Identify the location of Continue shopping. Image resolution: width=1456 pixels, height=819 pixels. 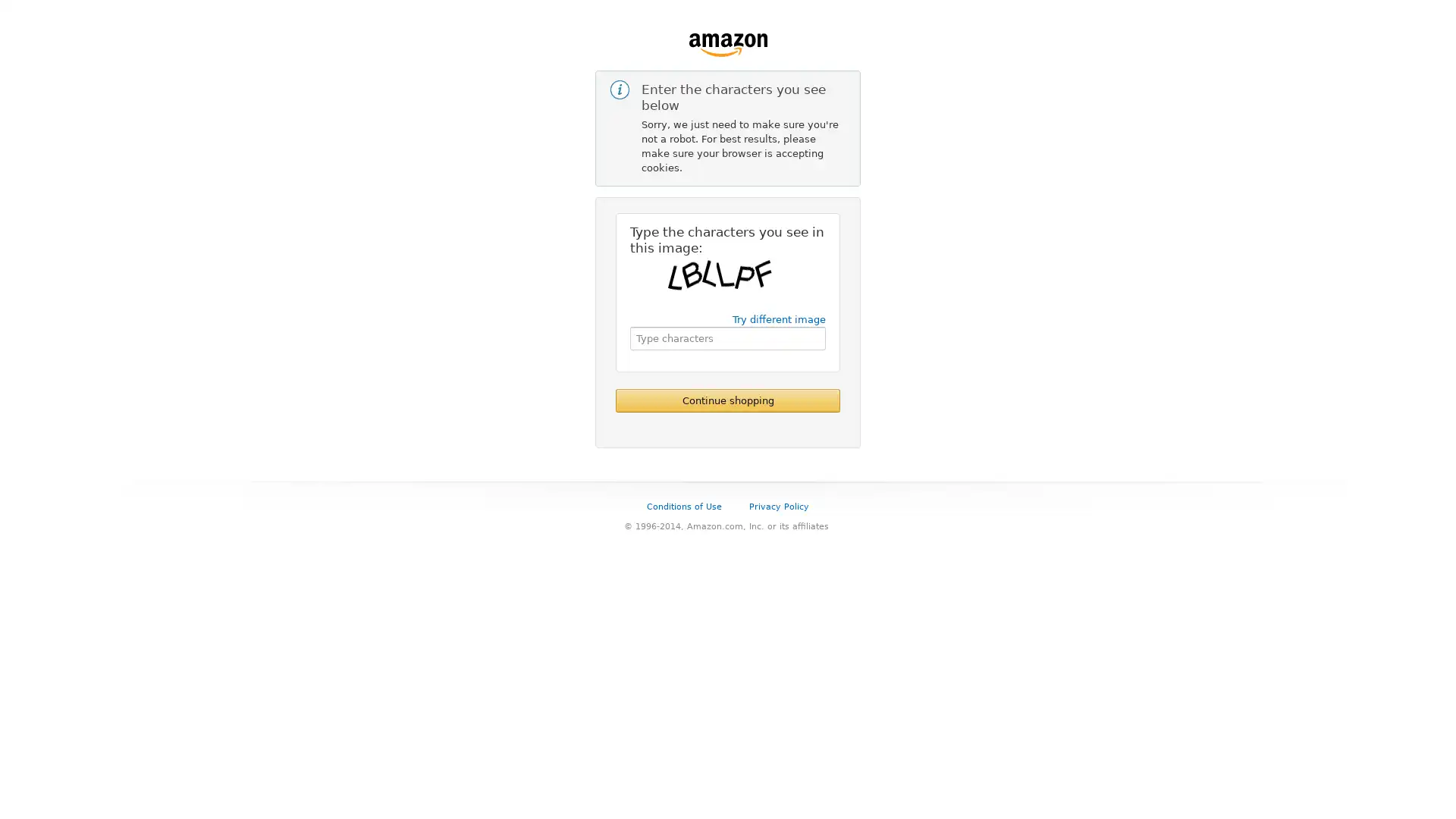
(728, 400).